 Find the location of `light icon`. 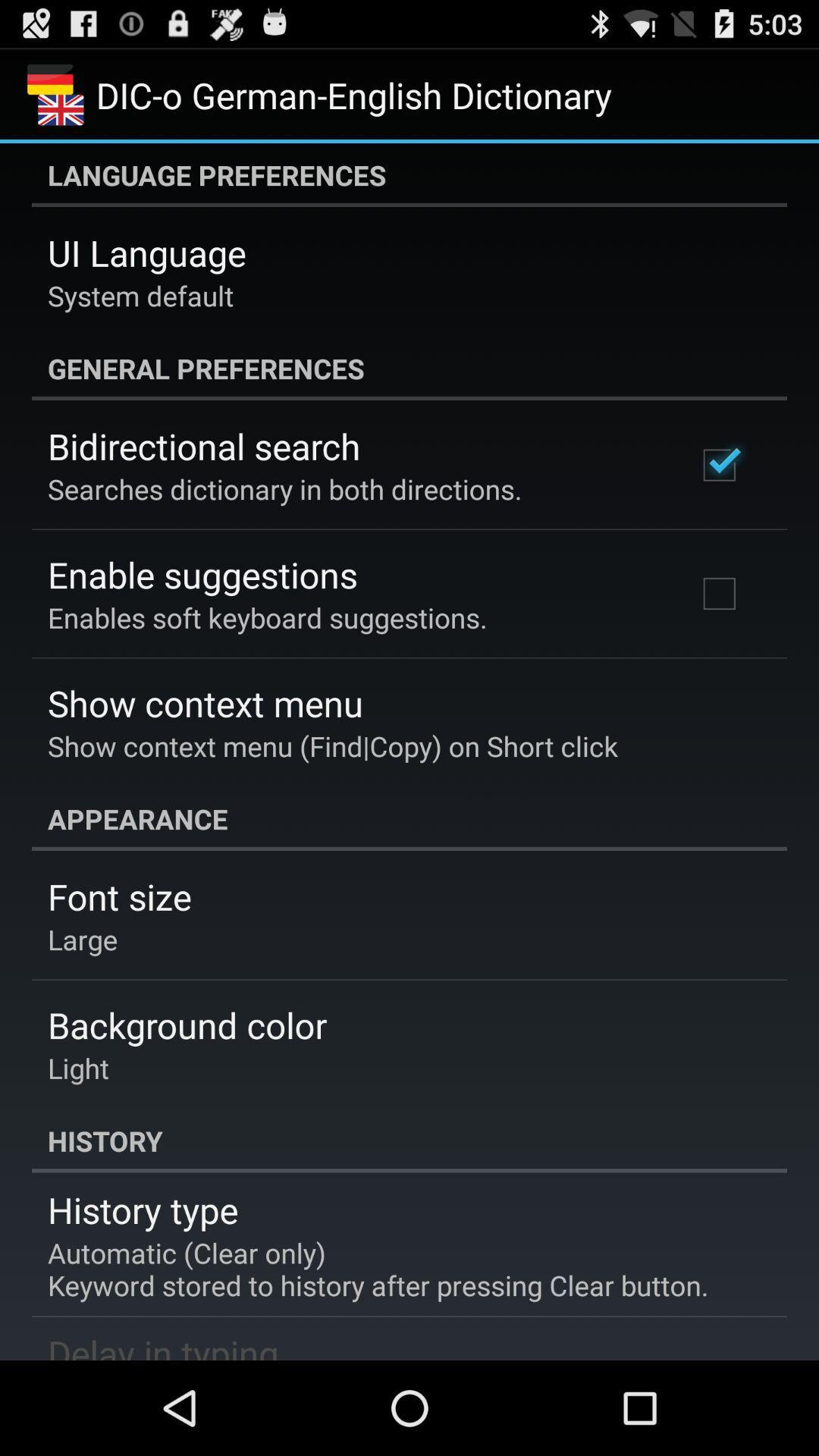

light icon is located at coordinates (78, 1067).